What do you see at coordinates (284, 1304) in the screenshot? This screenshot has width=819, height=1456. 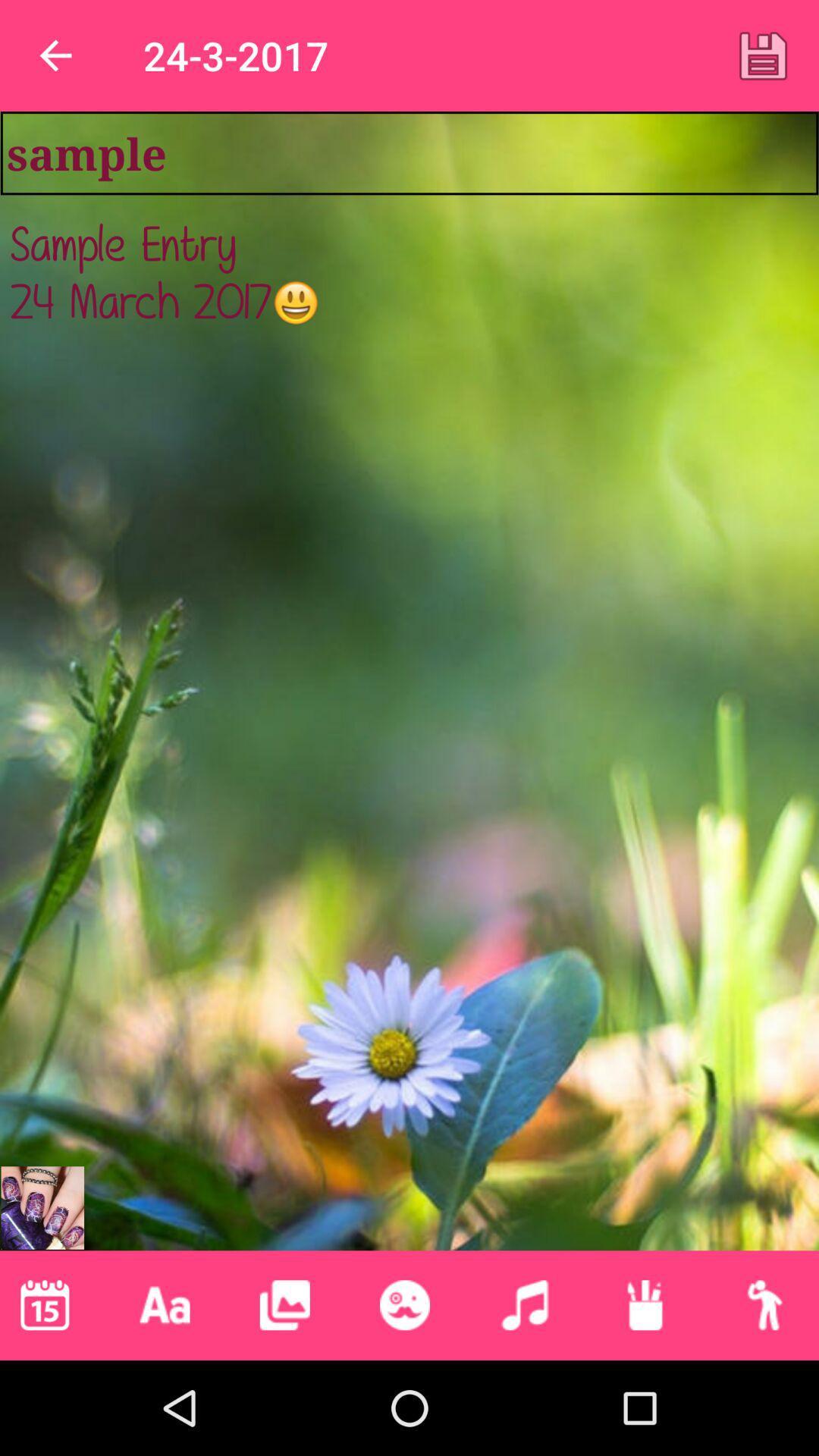 I see `displays more pictures` at bounding box center [284, 1304].